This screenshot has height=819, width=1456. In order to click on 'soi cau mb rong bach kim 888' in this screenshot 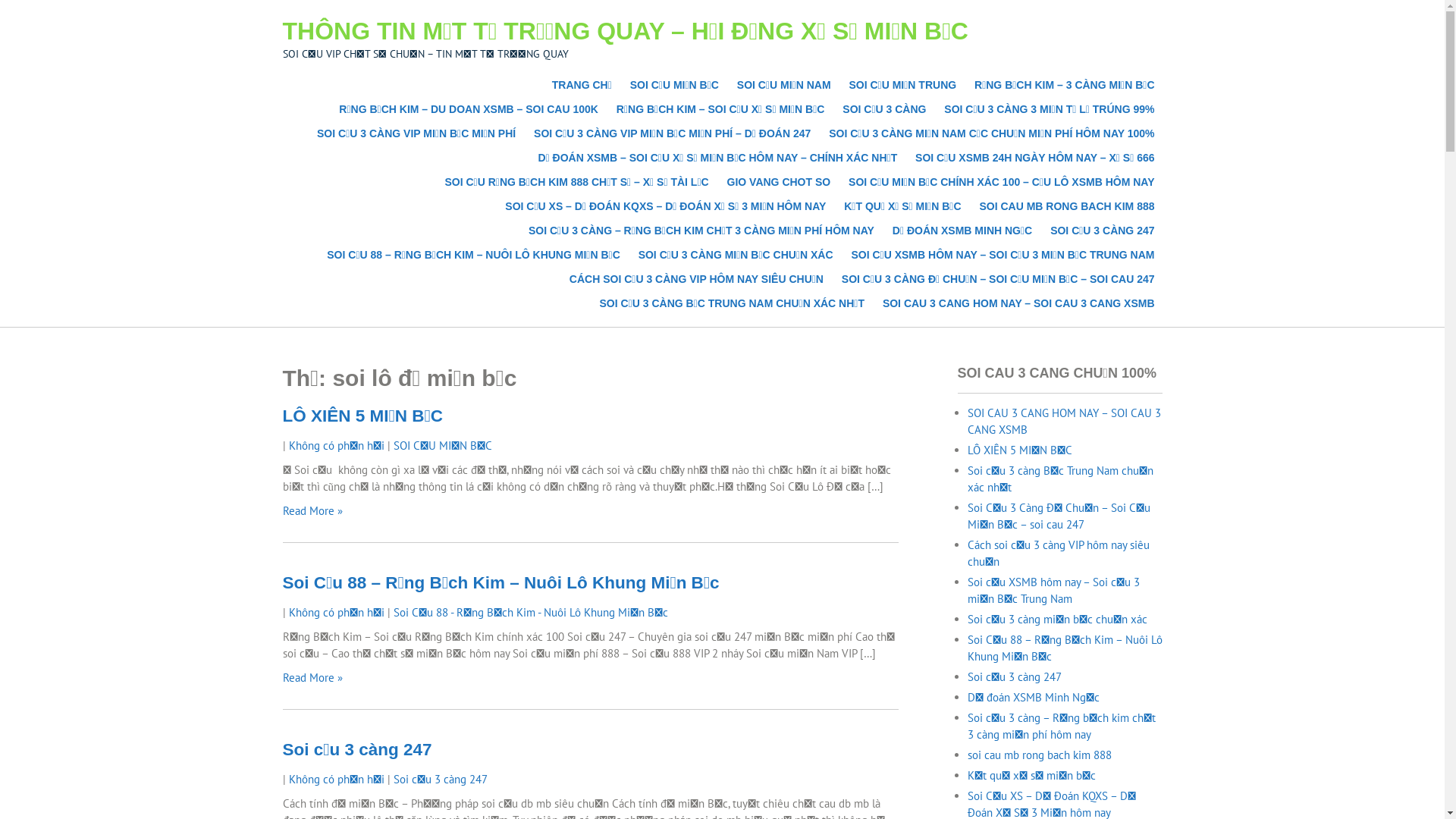, I will do `click(1039, 755)`.